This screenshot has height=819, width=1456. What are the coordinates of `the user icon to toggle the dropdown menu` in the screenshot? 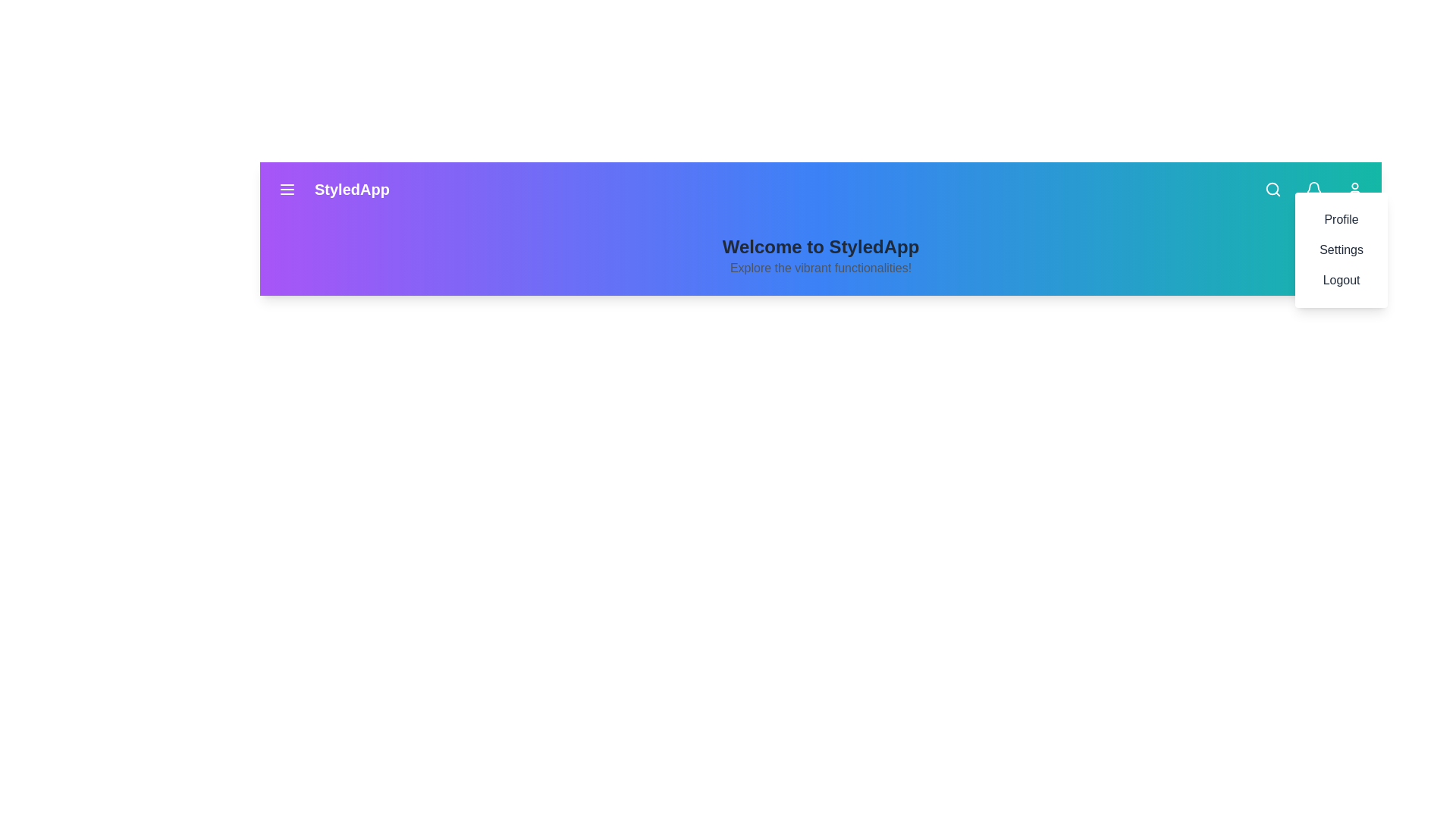 It's located at (1354, 189).